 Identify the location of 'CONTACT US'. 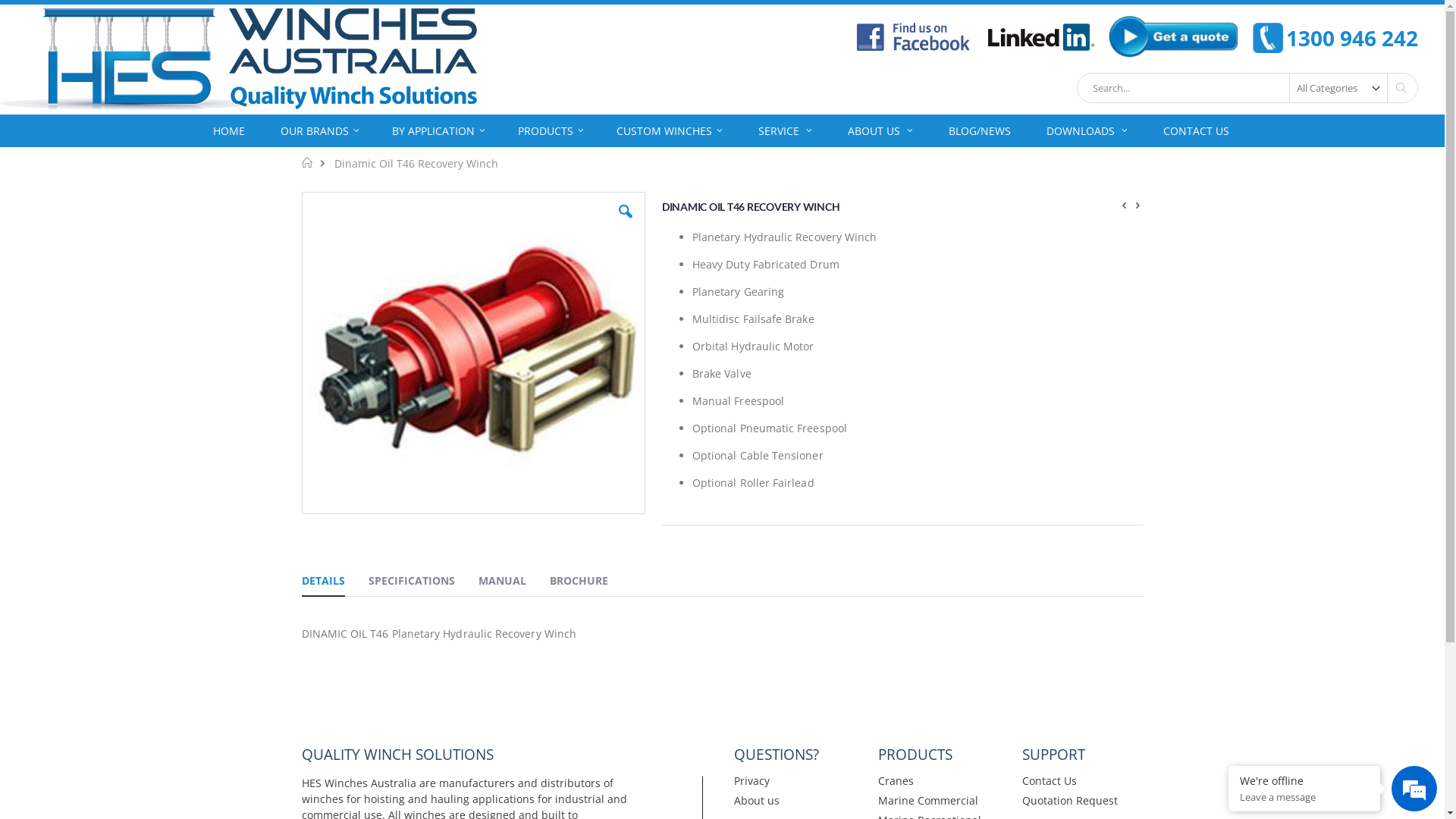
(1195, 130).